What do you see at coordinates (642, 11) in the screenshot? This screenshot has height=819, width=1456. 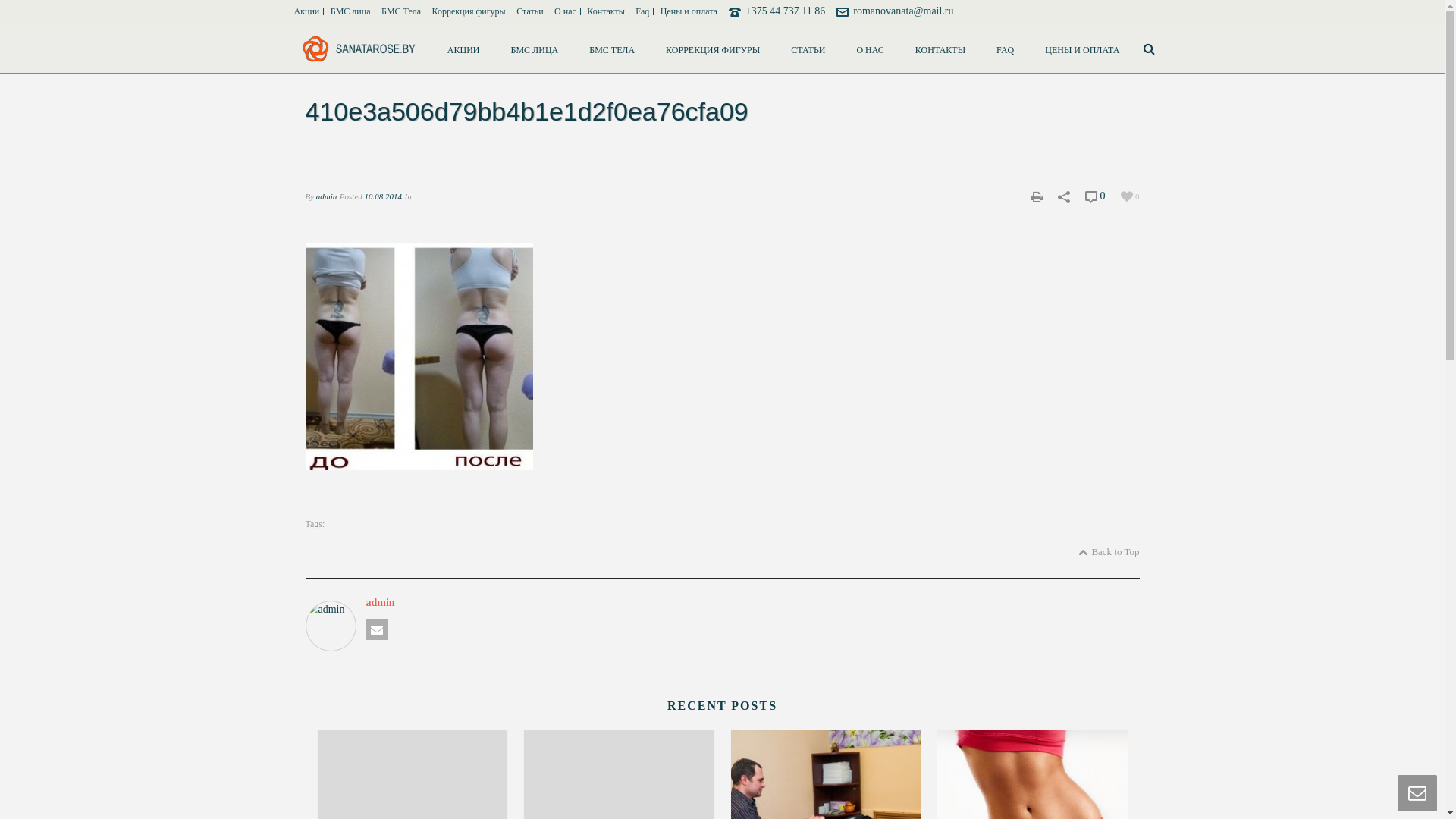 I see `'Faq'` at bounding box center [642, 11].